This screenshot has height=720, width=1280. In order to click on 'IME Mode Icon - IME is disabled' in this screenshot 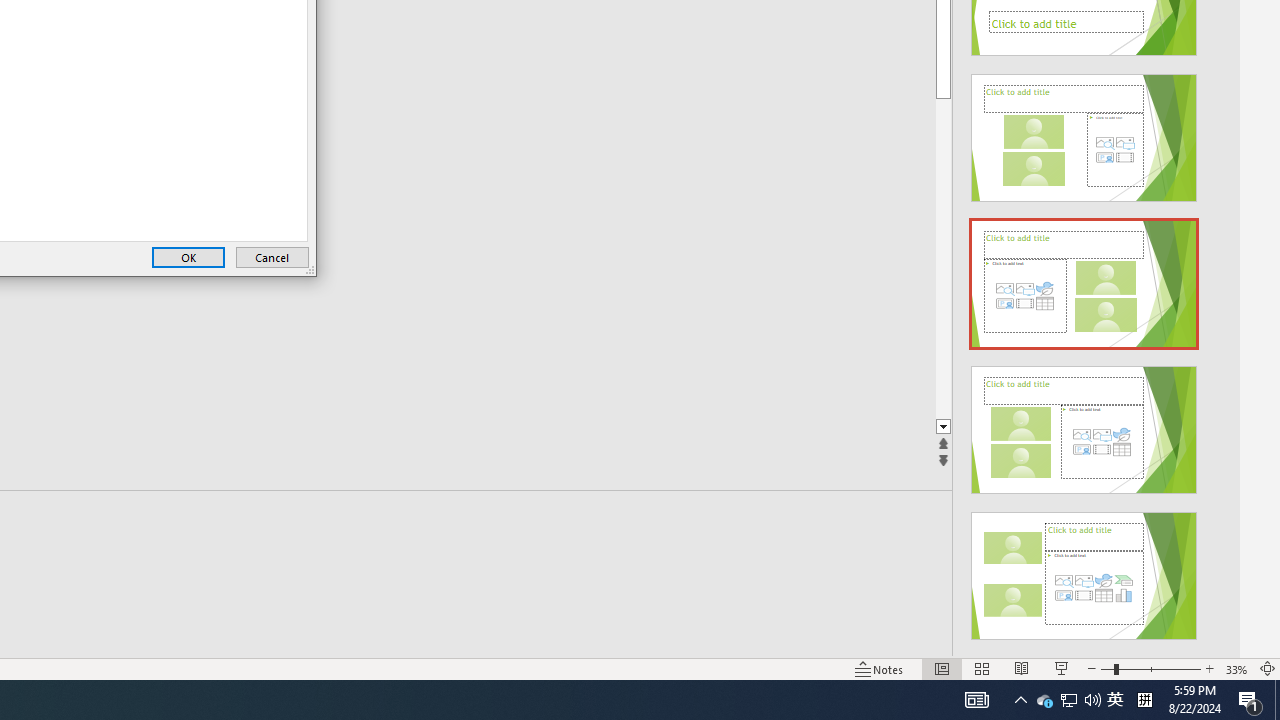, I will do `click(1114, 698)`.